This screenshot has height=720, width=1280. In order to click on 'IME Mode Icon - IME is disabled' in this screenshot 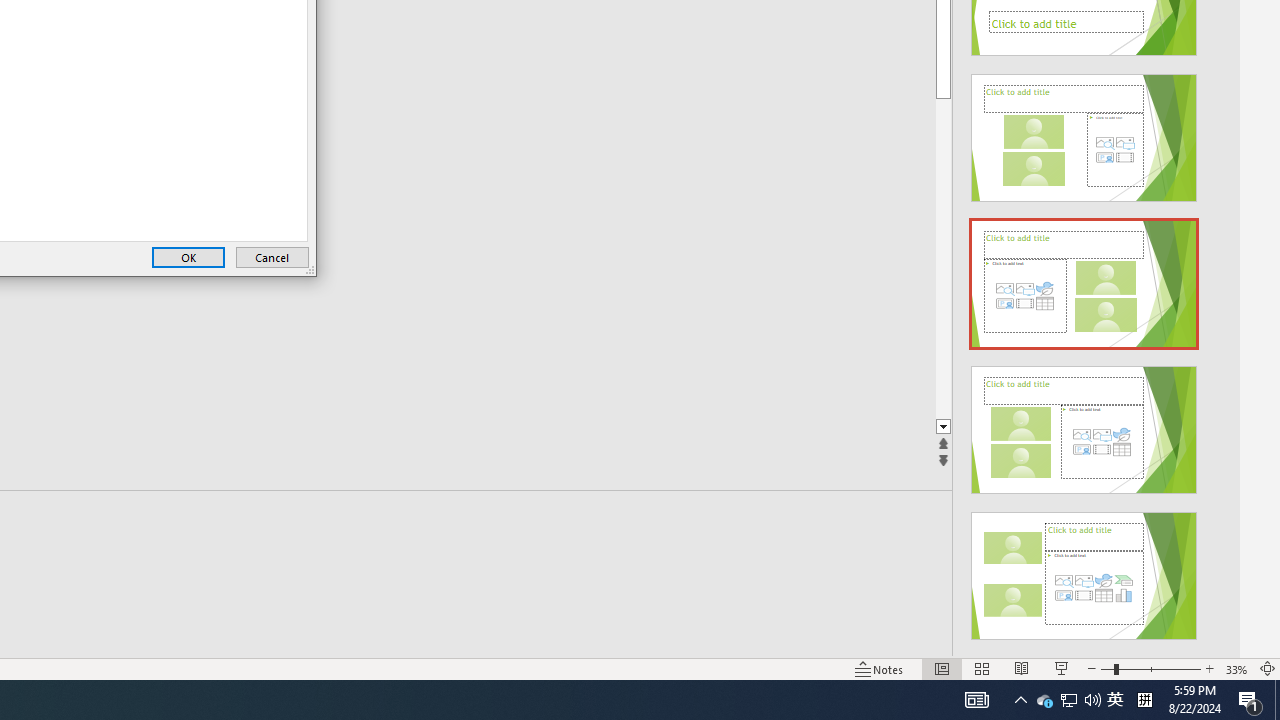, I will do `click(1114, 698)`.